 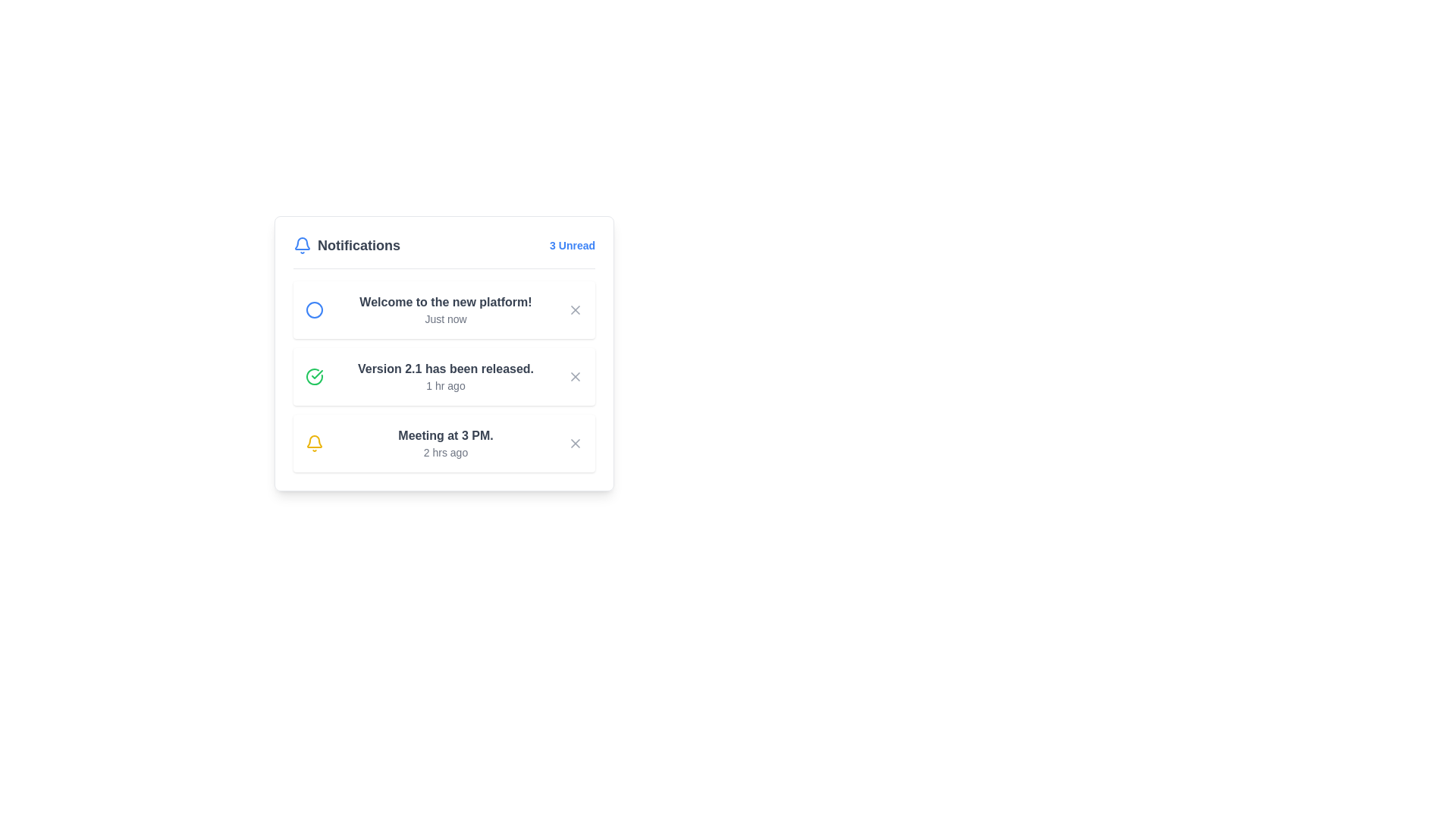 What do you see at coordinates (313, 309) in the screenshot?
I see `the SVG circle icon located at the topmost position of the notification card, which is aligned to the left of the text 'Welcome to the new platform!'` at bounding box center [313, 309].